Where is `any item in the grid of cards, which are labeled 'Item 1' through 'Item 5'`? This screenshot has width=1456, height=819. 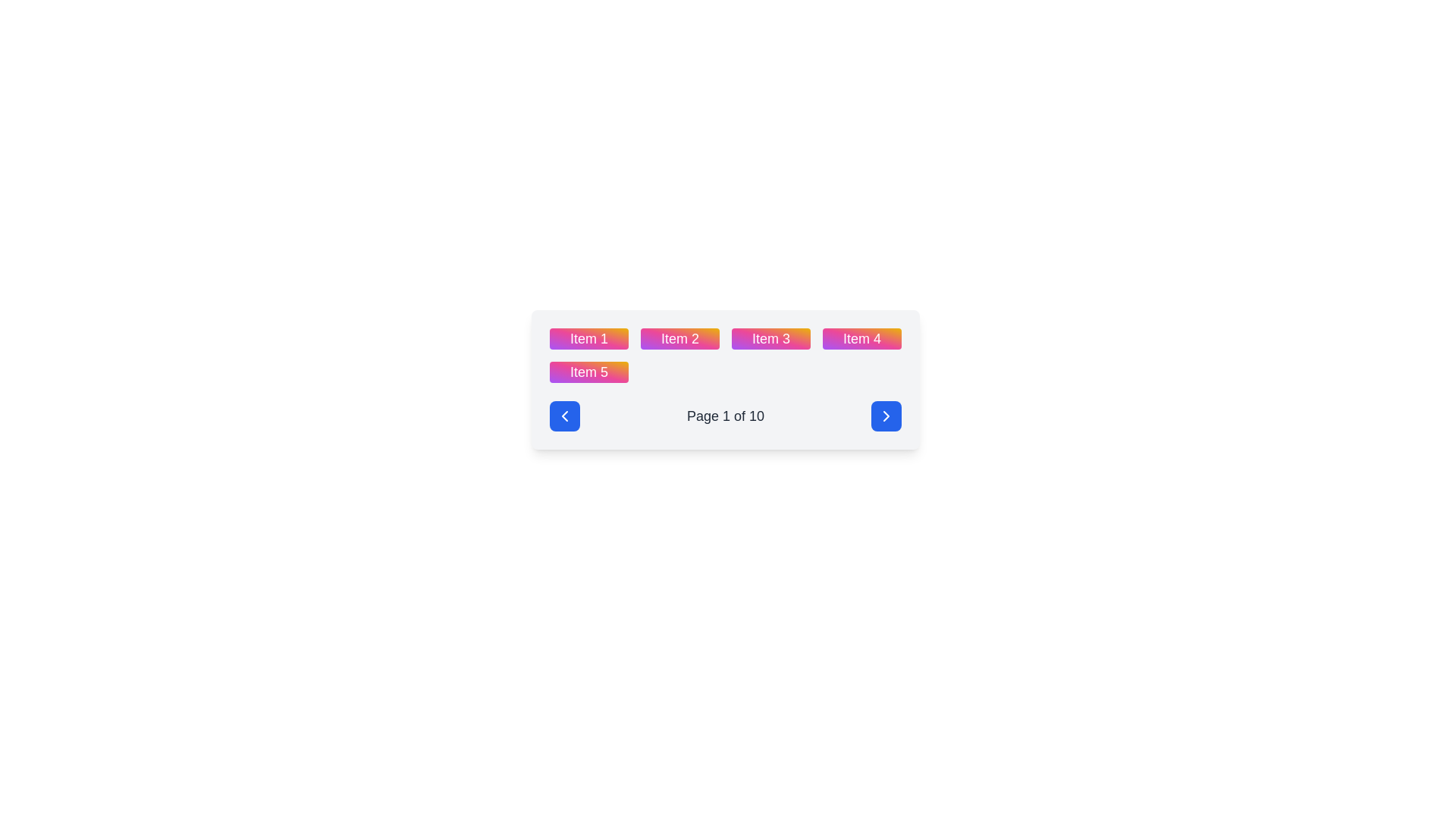 any item in the grid of cards, which are labeled 'Item 1' through 'Item 5' is located at coordinates (724, 356).